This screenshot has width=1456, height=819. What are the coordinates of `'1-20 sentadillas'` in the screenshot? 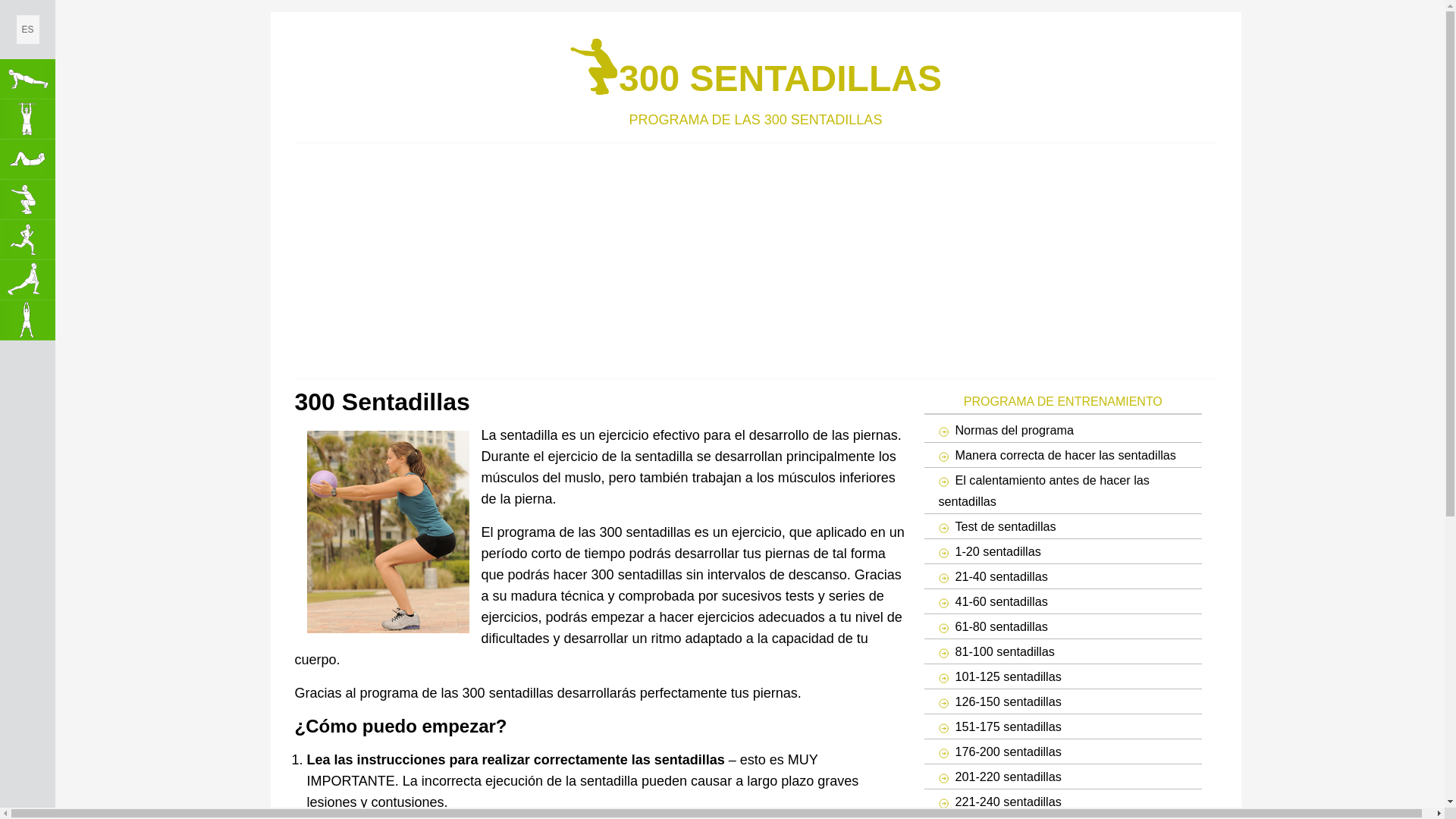 It's located at (1062, 551).